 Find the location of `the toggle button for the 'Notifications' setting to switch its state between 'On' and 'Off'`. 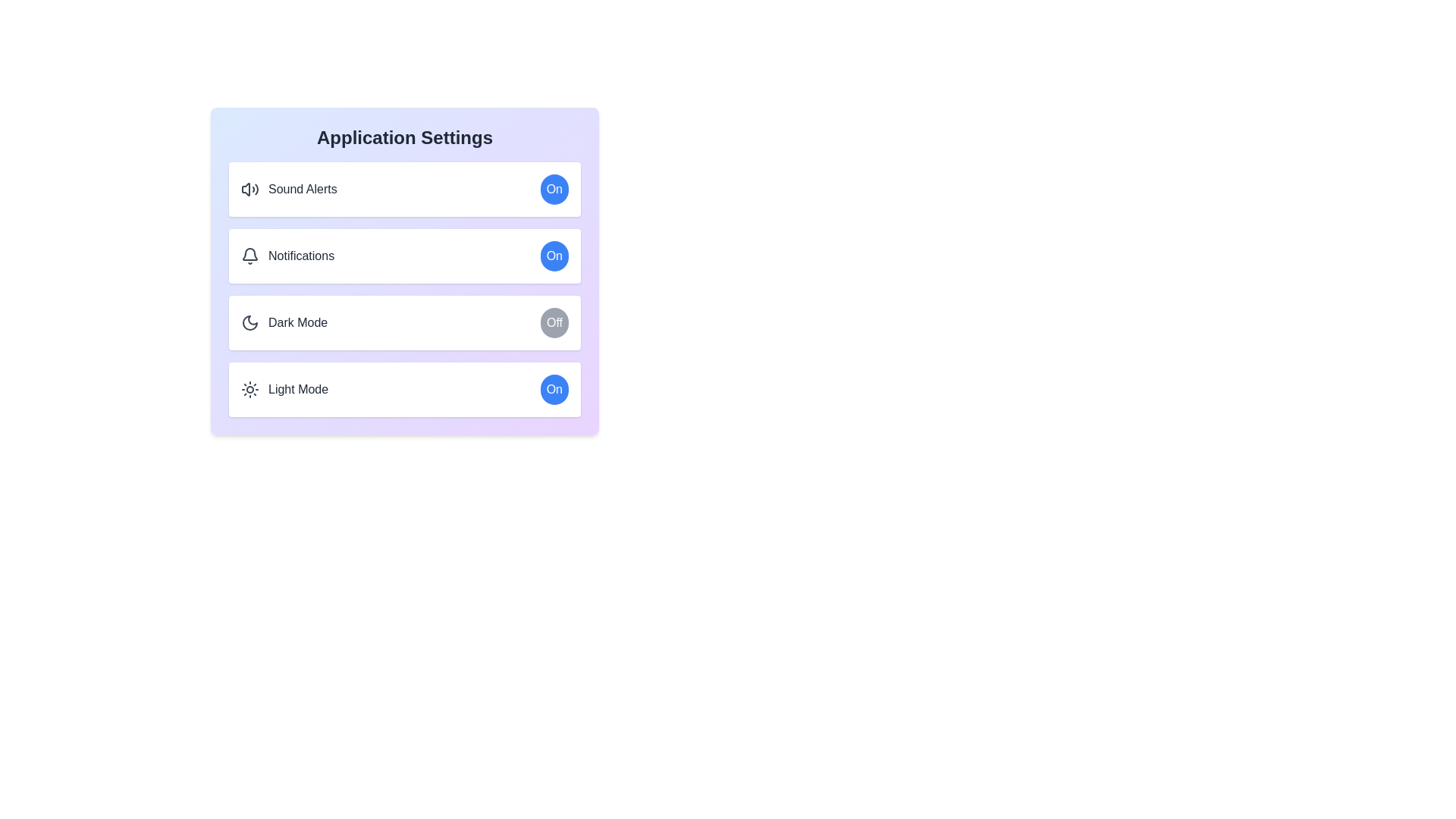

the toggle button for the 'Notifications' setting to switch its state between 'On' and 'Off' is located at coordinates (554, 256).